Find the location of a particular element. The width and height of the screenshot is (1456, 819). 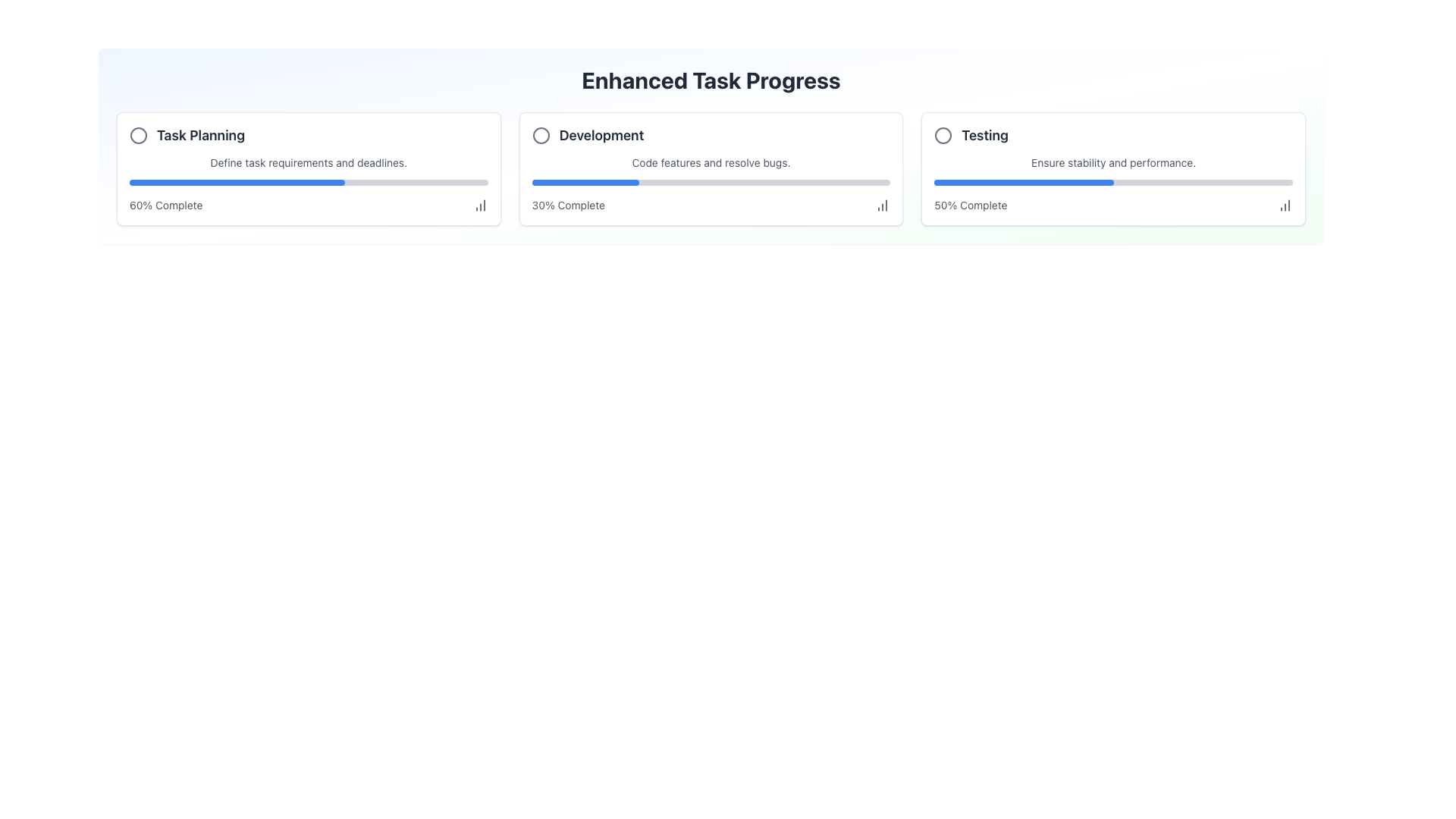

the visual representation of the outlined circle icon located in the 'Testing' section of the UI, positioned at the top-left corner of the card labeled 'Testing' is located at coordinates (943, 134).